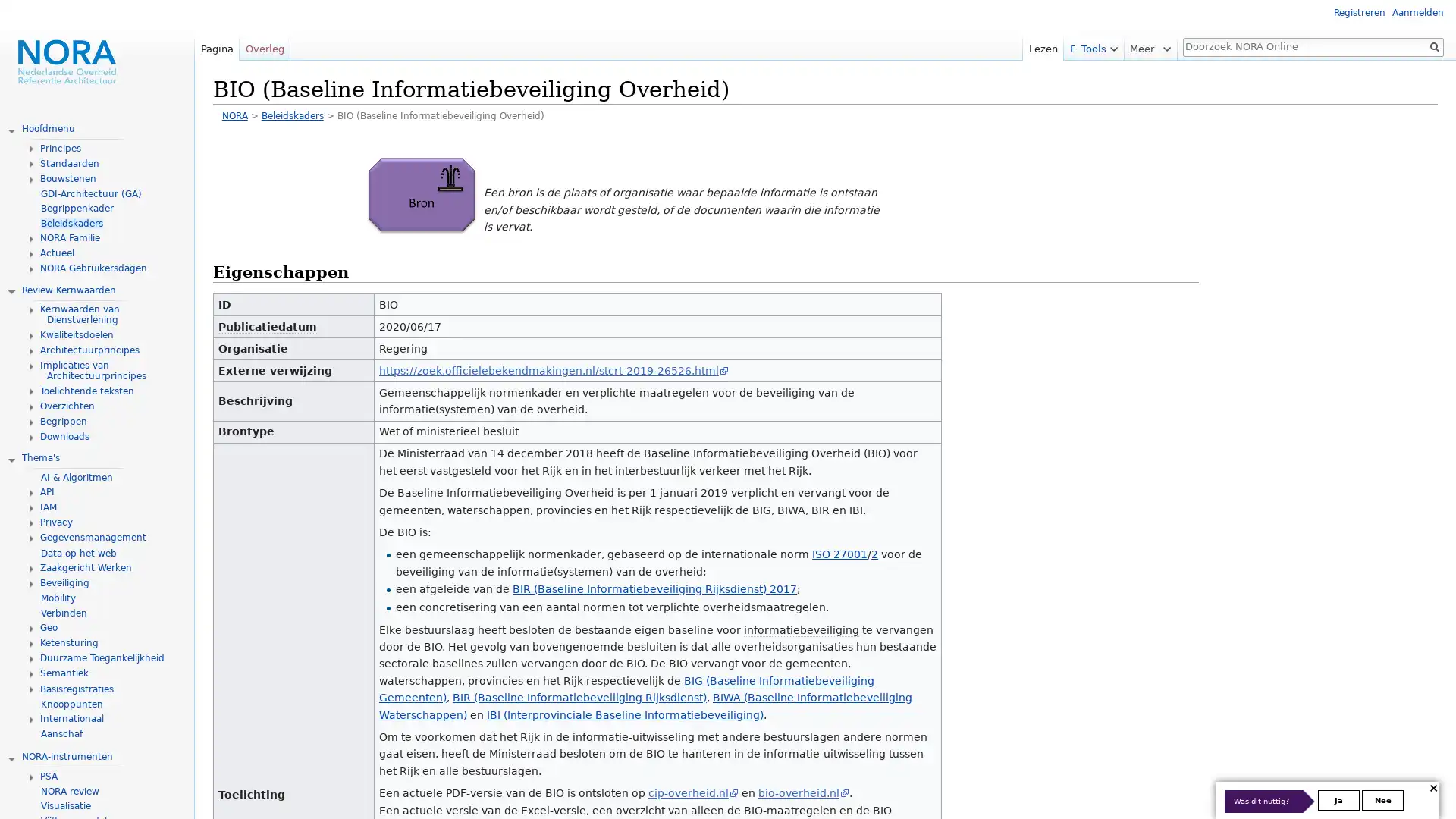  Describe the element at coordinates (1382, 799) in the screenshot. I see `Nee` at that location.